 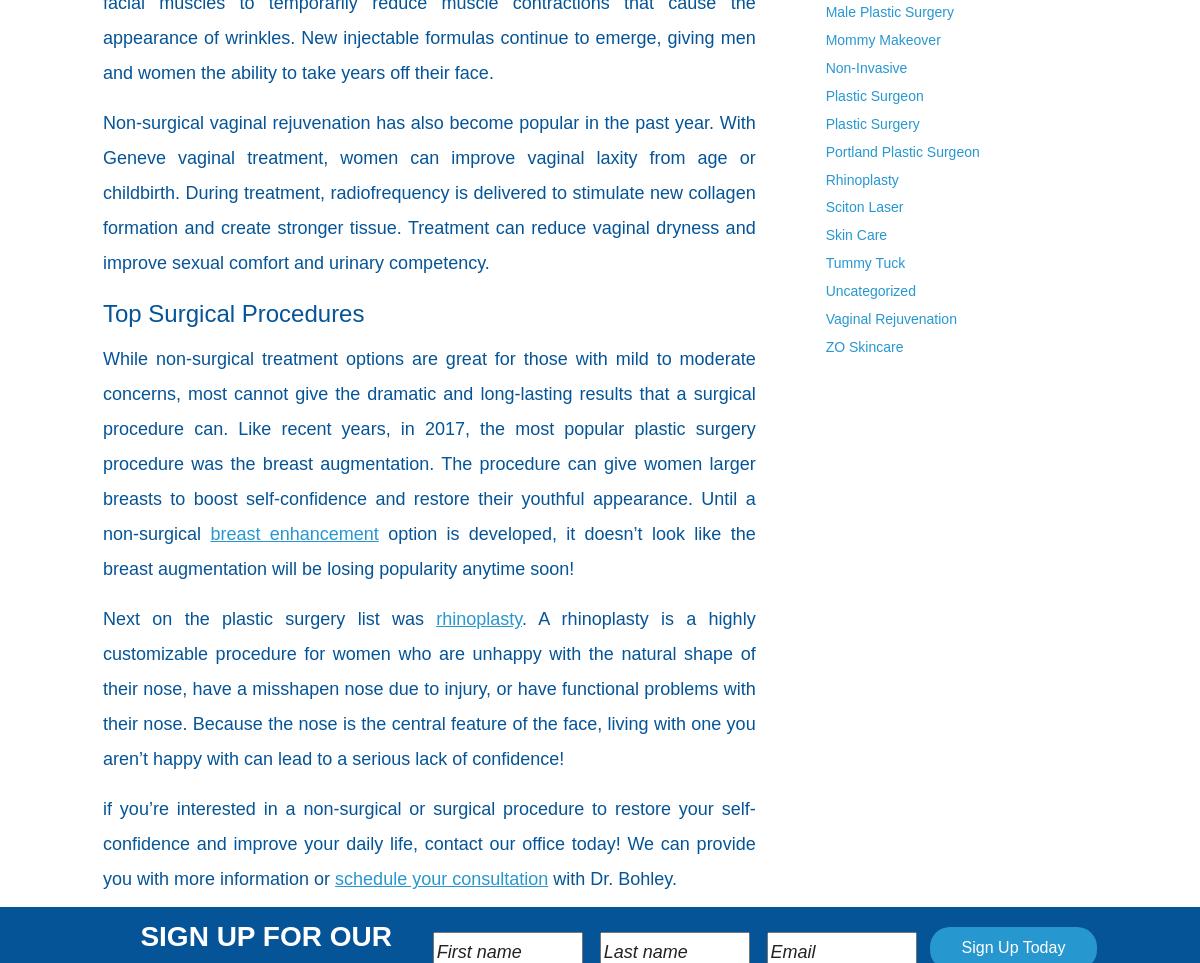 I want to click on 'Portland Plastic Surgeon', so click(x=902, y=150).